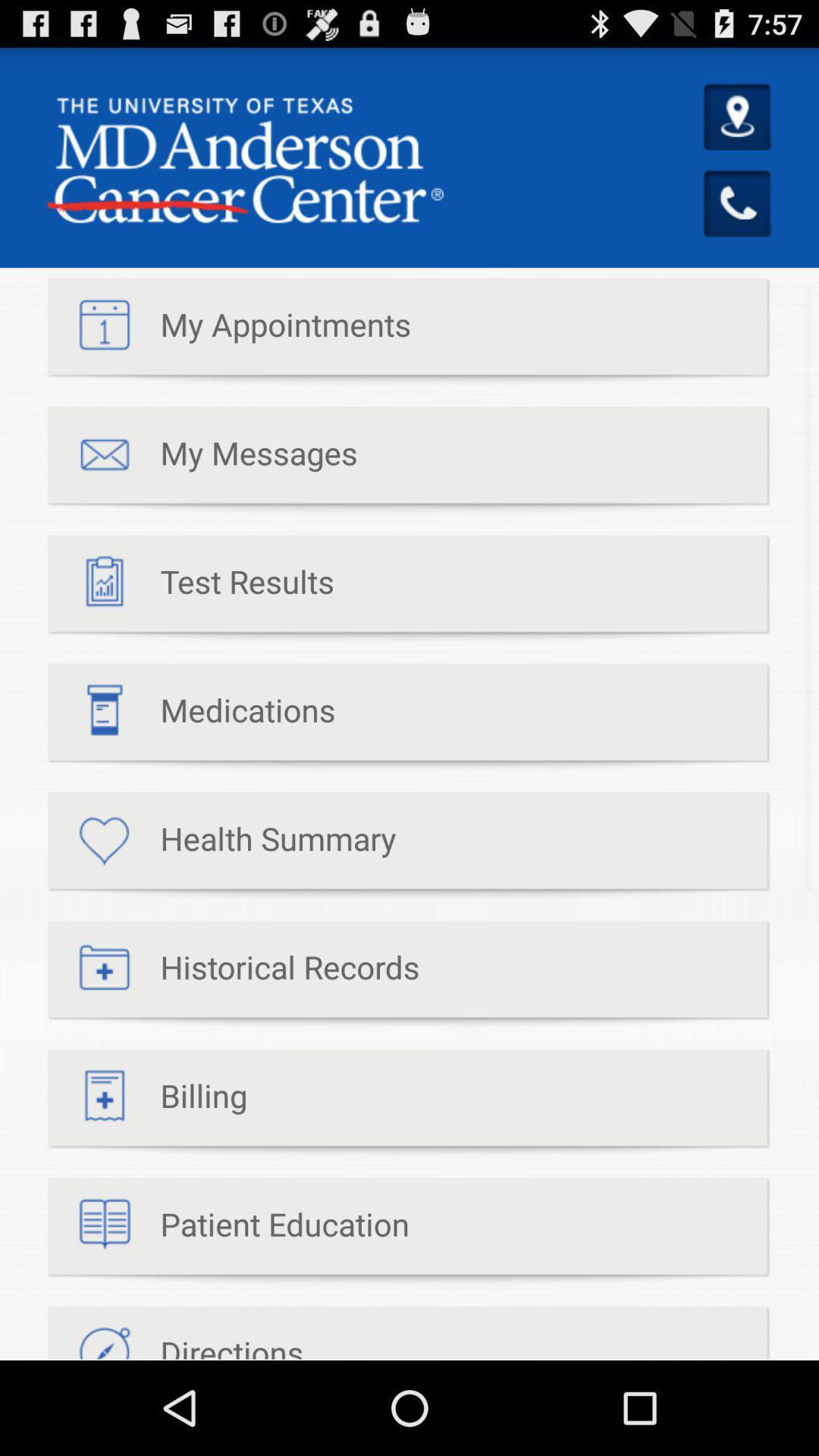  I want to click on the icon below the patient education, so click(174, 1332).